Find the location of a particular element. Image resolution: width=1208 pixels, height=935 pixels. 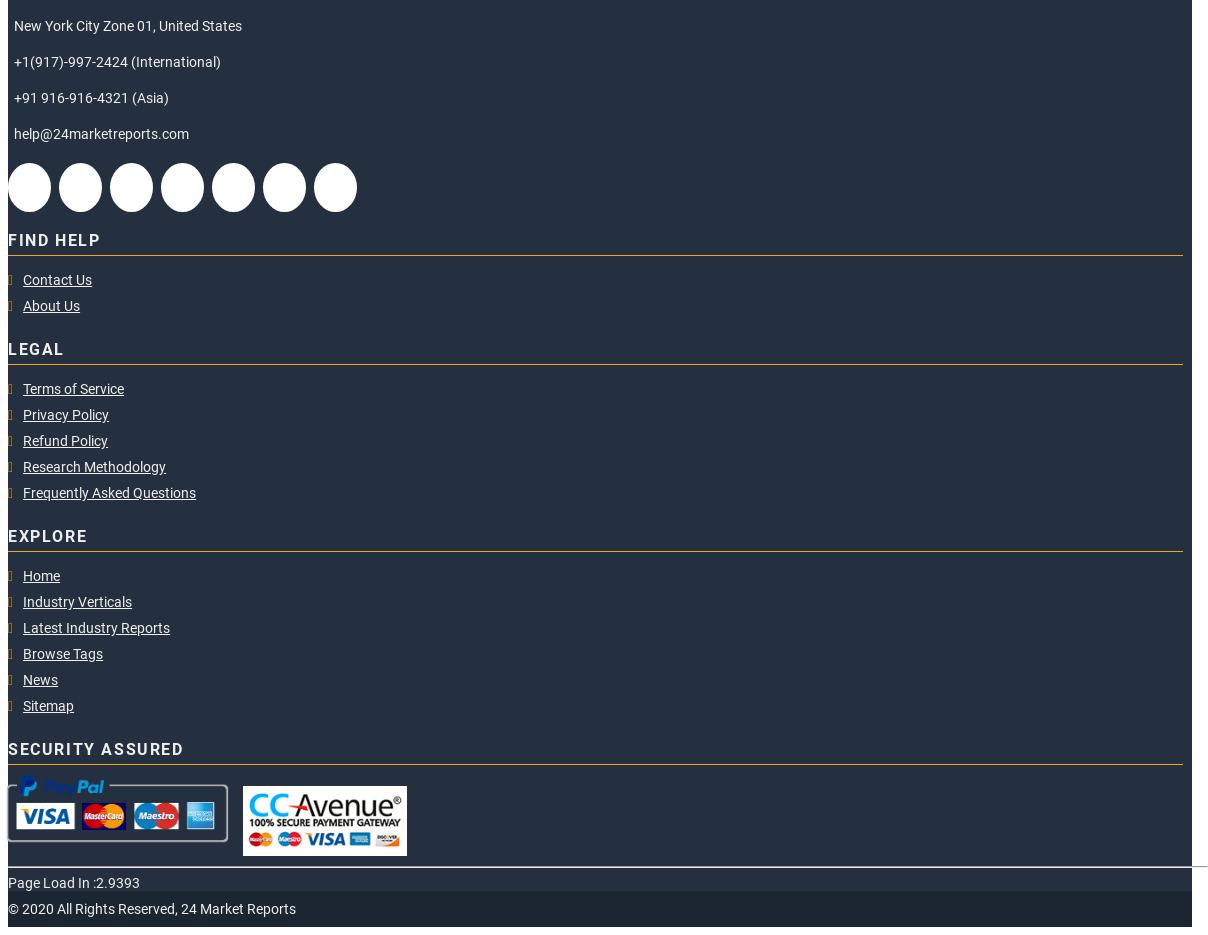

'EXPLORE' is located at coordinates (46, 535).